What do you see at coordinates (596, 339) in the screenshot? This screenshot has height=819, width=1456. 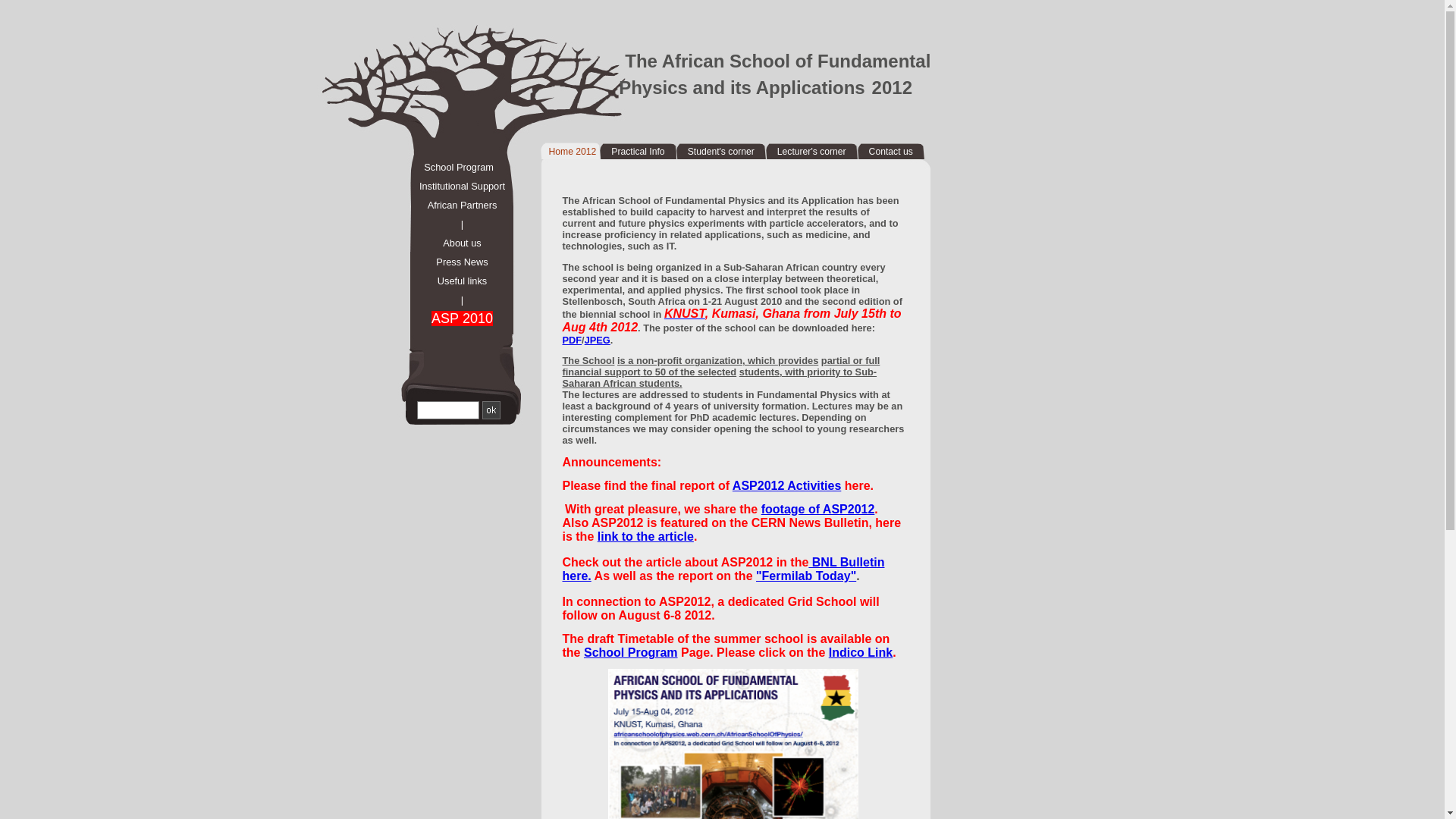 I see `'JPEG'` at bounding box center [596, 339].